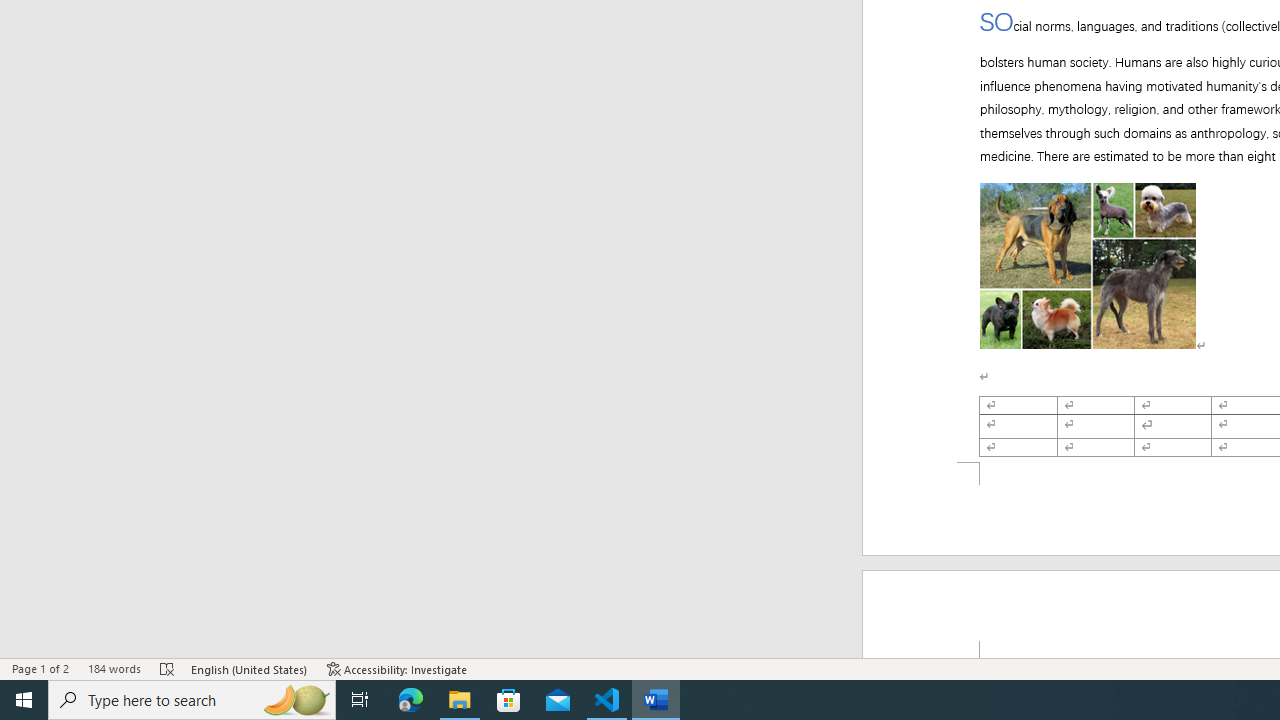 This screenshot has height=720, width=1280. I want to click on 'Microsoft Edge', so click(410, 698).